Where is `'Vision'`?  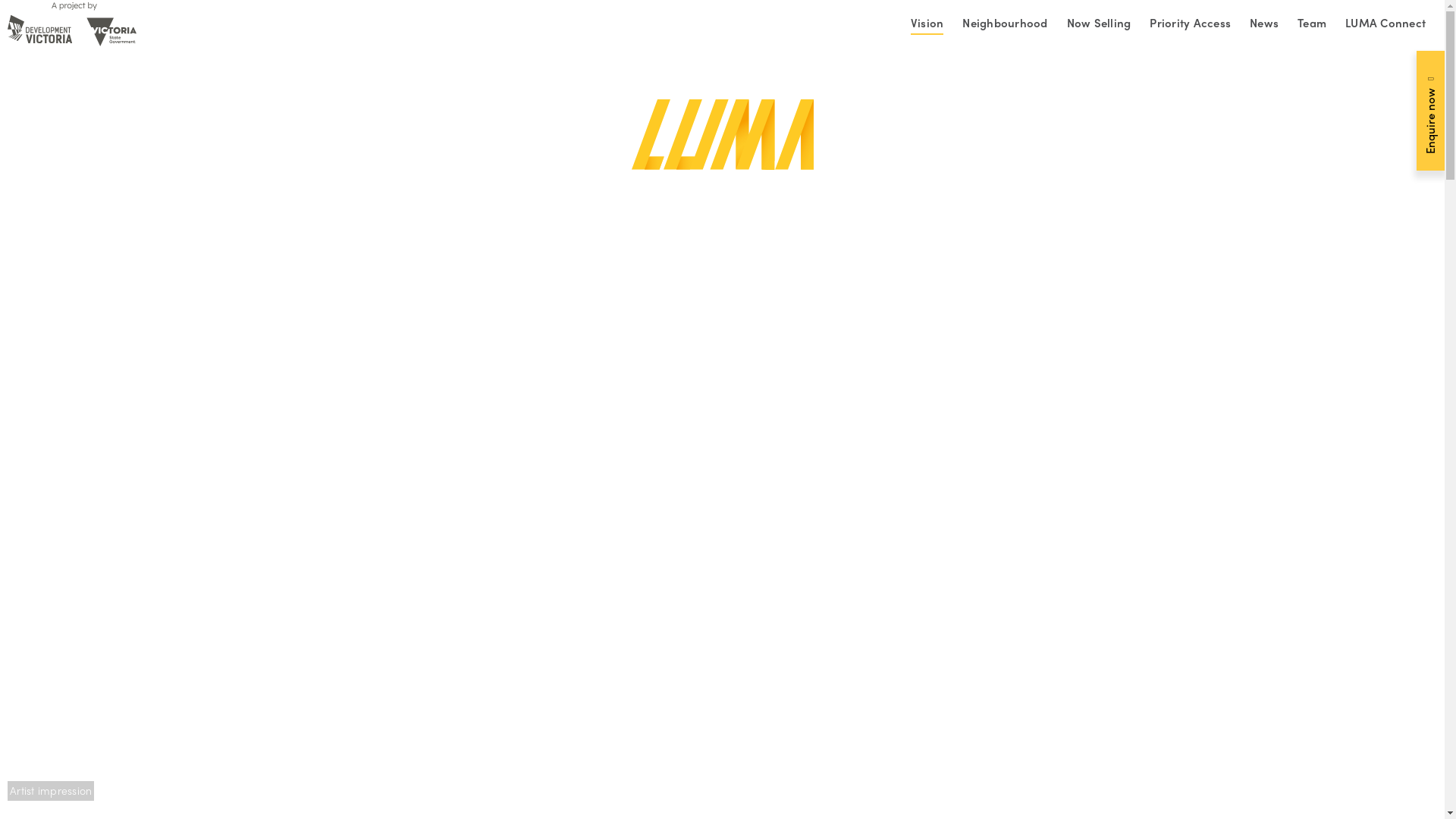
'Vision' is located at coordinates (927, 25).